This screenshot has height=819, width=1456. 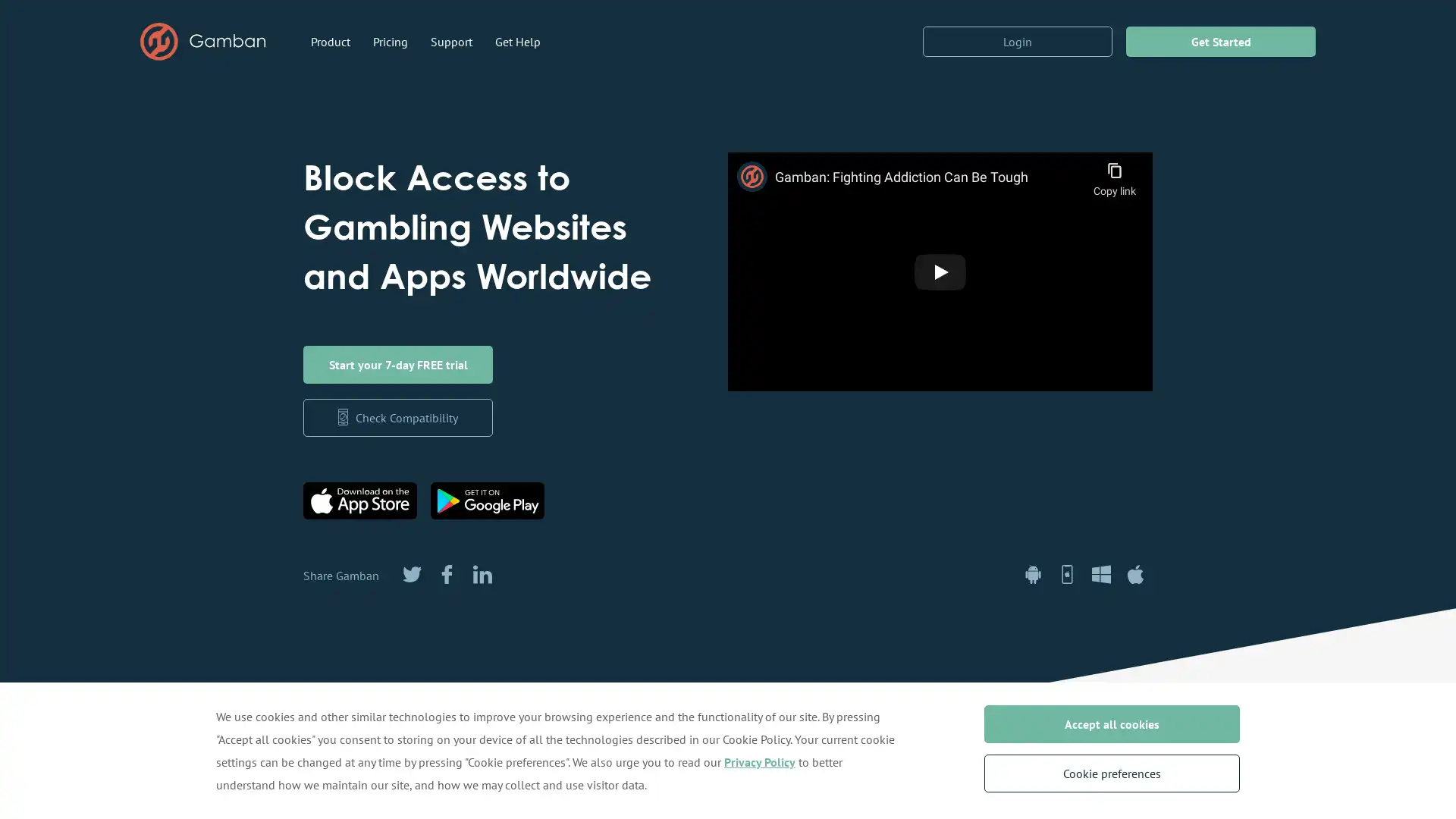 I want to click on Accept all cookies, so click(x=1111, y=723).